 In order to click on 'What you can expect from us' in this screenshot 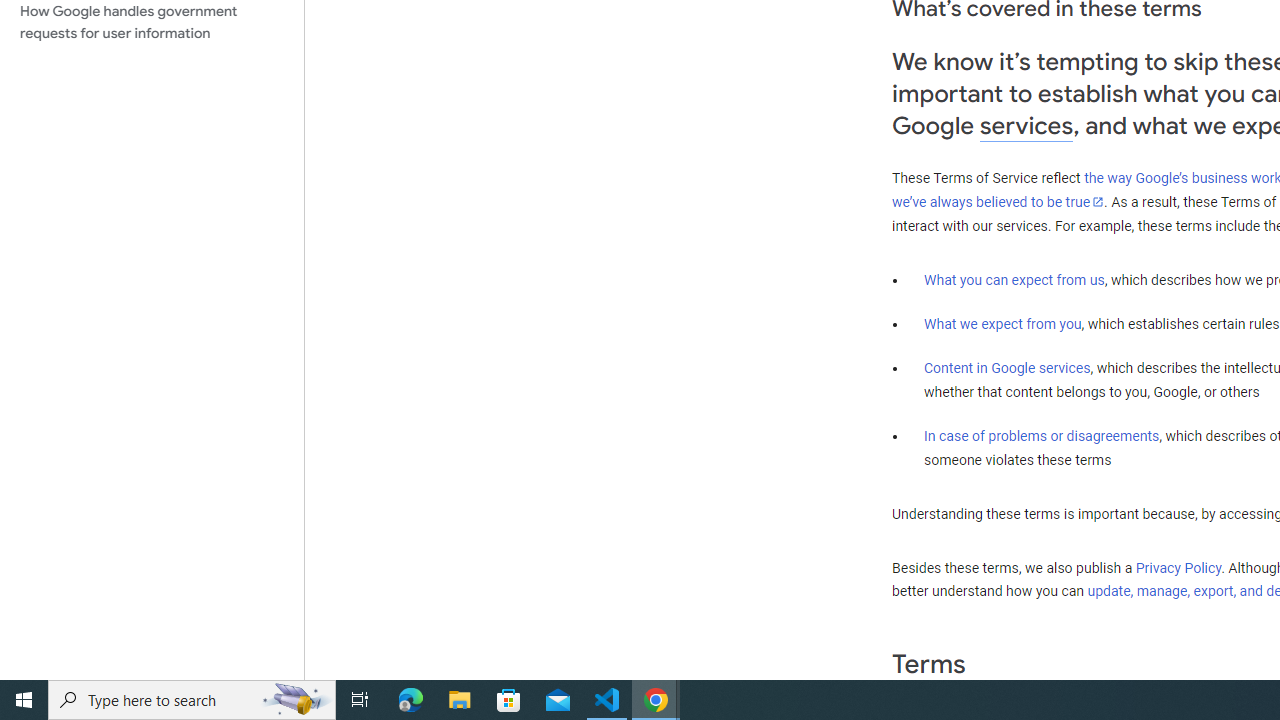, I will do `click(1014, 279)`.